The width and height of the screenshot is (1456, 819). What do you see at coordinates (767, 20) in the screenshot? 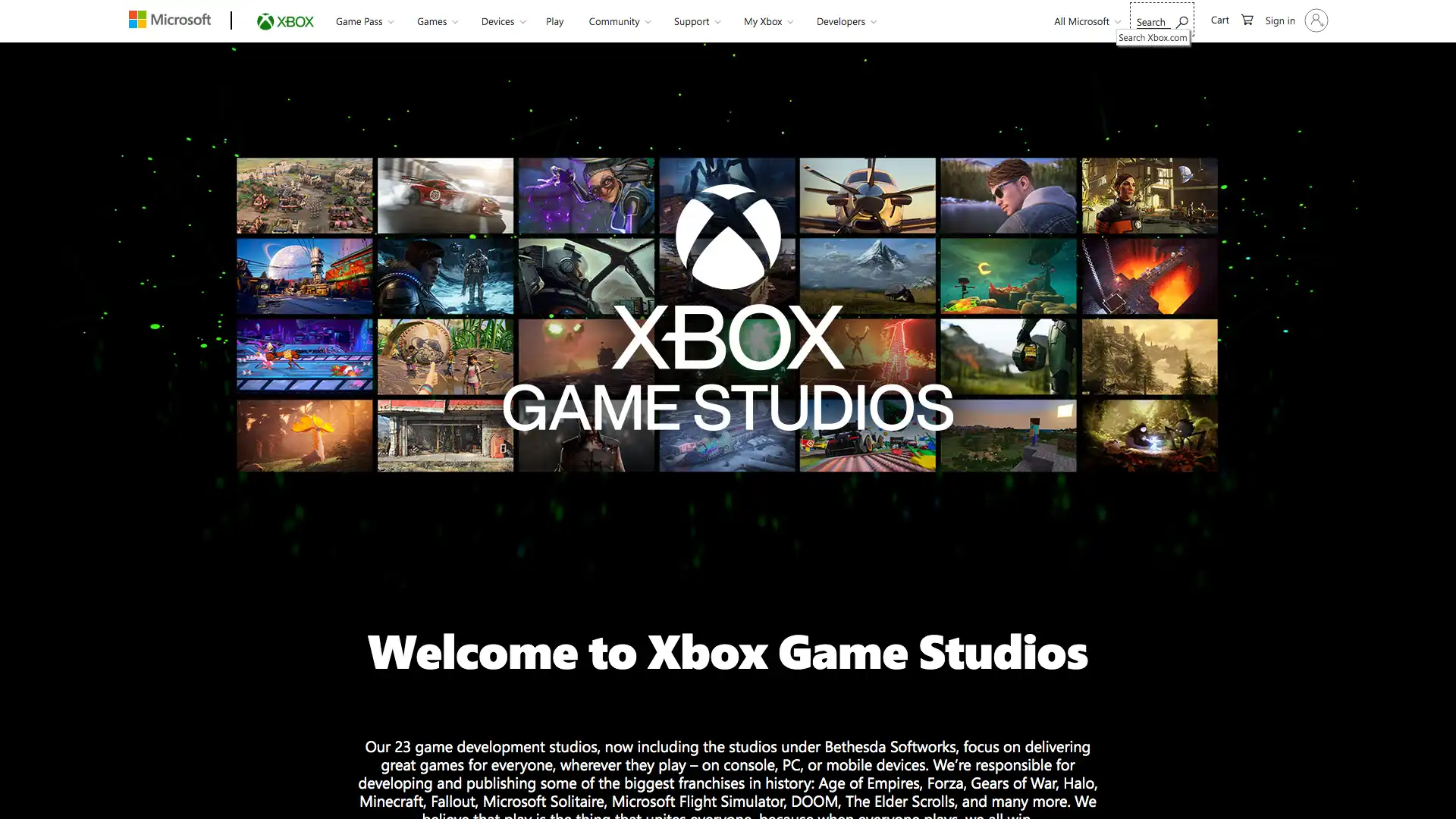
I see `My Xbox` at bounding box center [767, 20].